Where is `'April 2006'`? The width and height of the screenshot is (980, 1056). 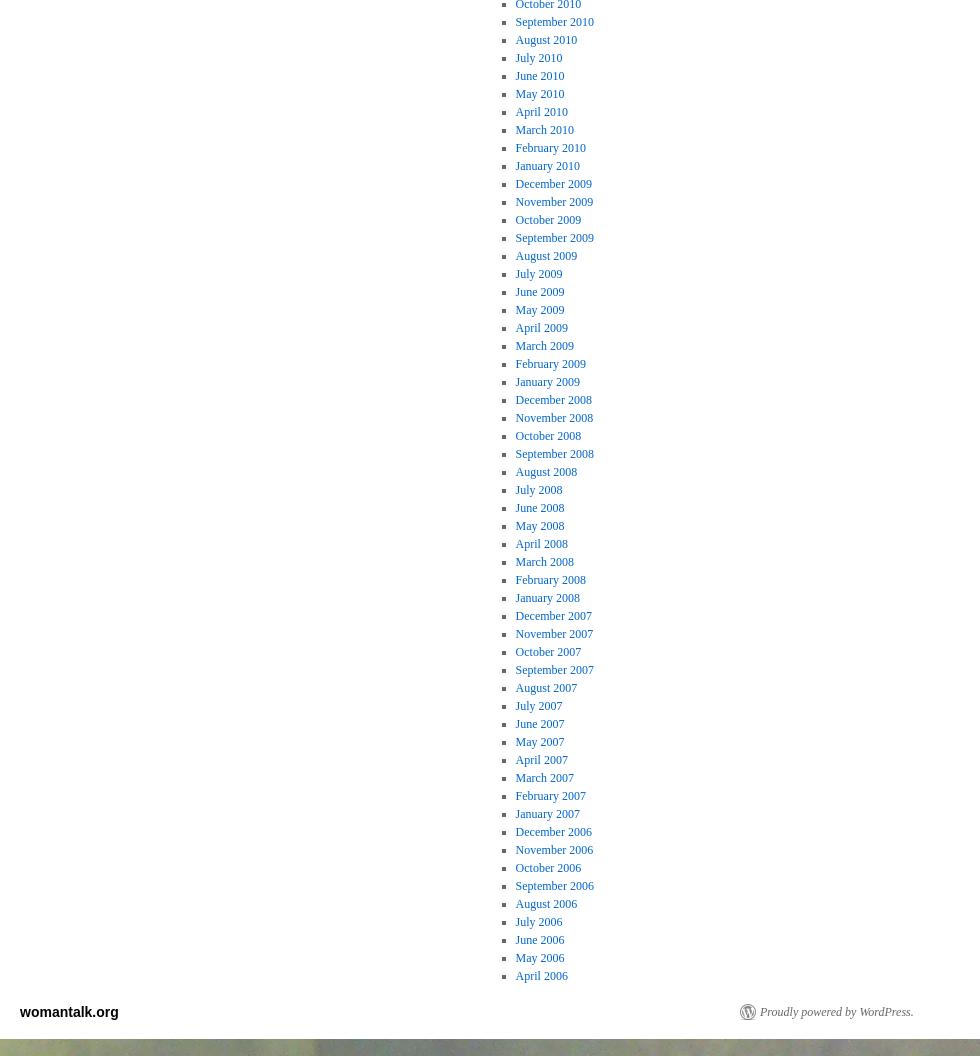
'April 2006' is located at coordinates (514, 975).